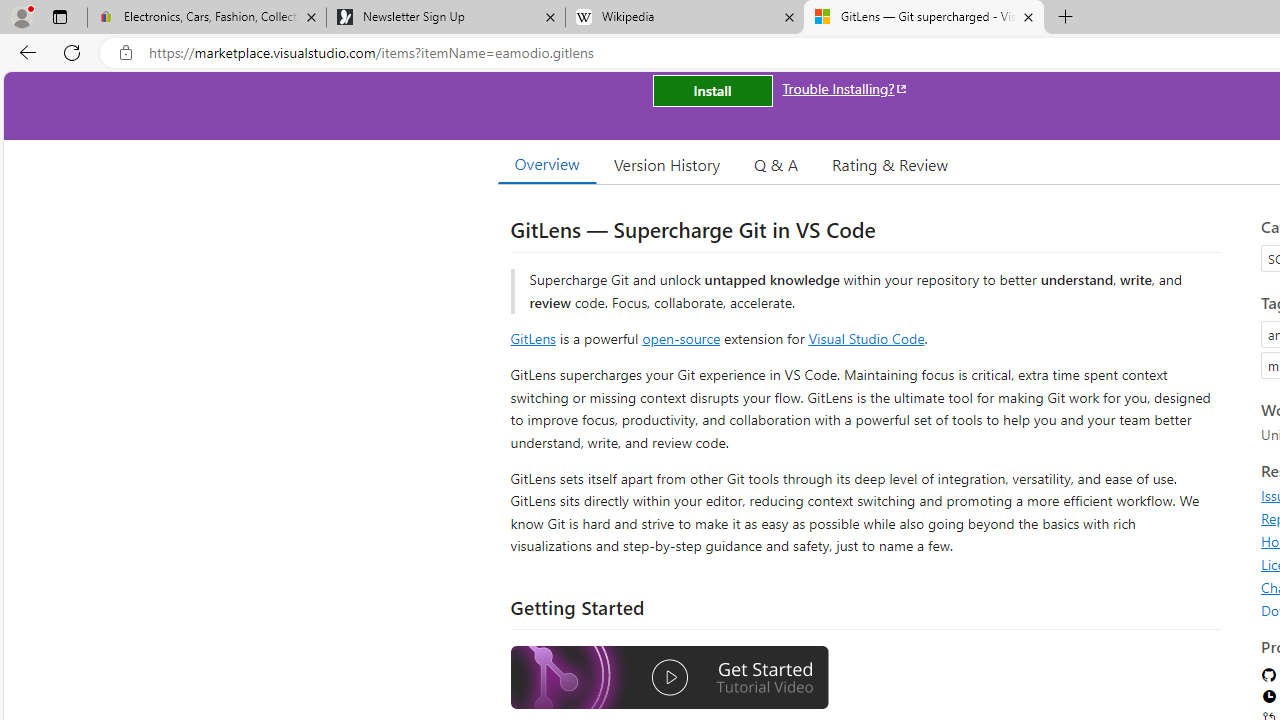 This screenshot has height=720, width=1280. What do you see at coordinates (546, 163) in the screenshot?
I see `'Overview'` at bounding box center [546, 163].